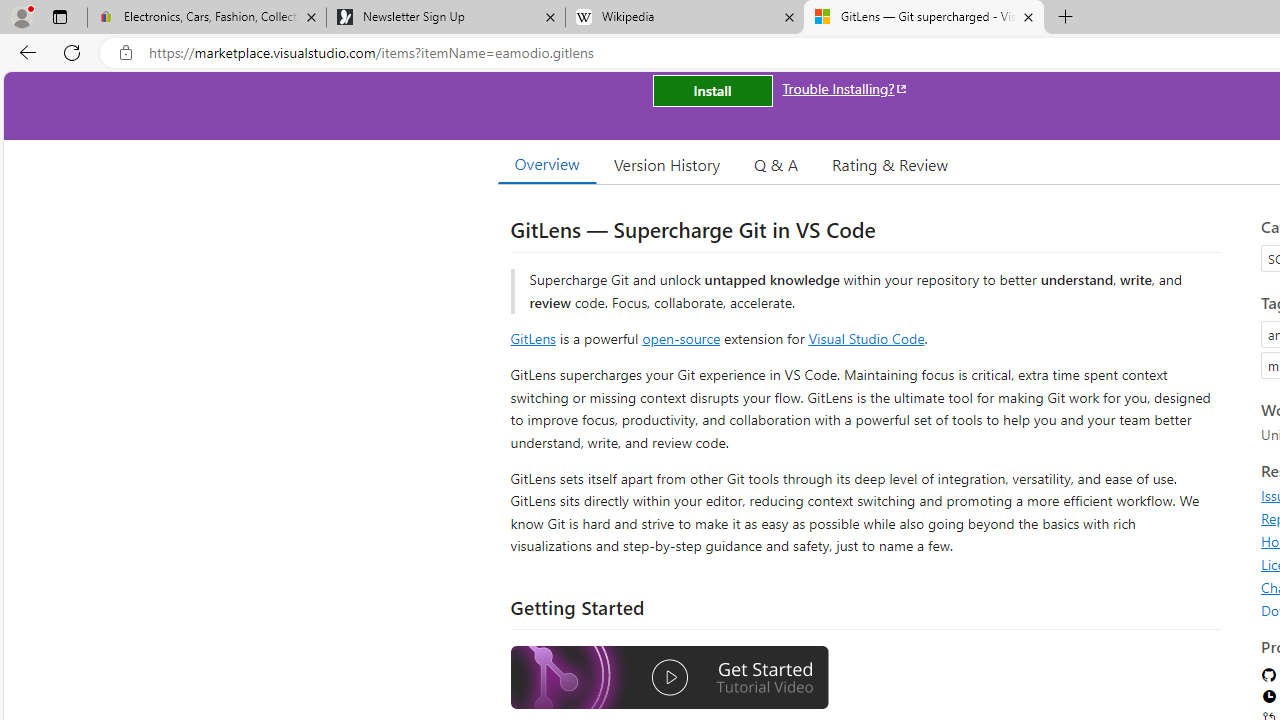 This screenshot has height=720, width=1280. What do you see at coordinates (546, 163) in the screenshot?
I see `'Overview'` at bounding box center [546, 163].